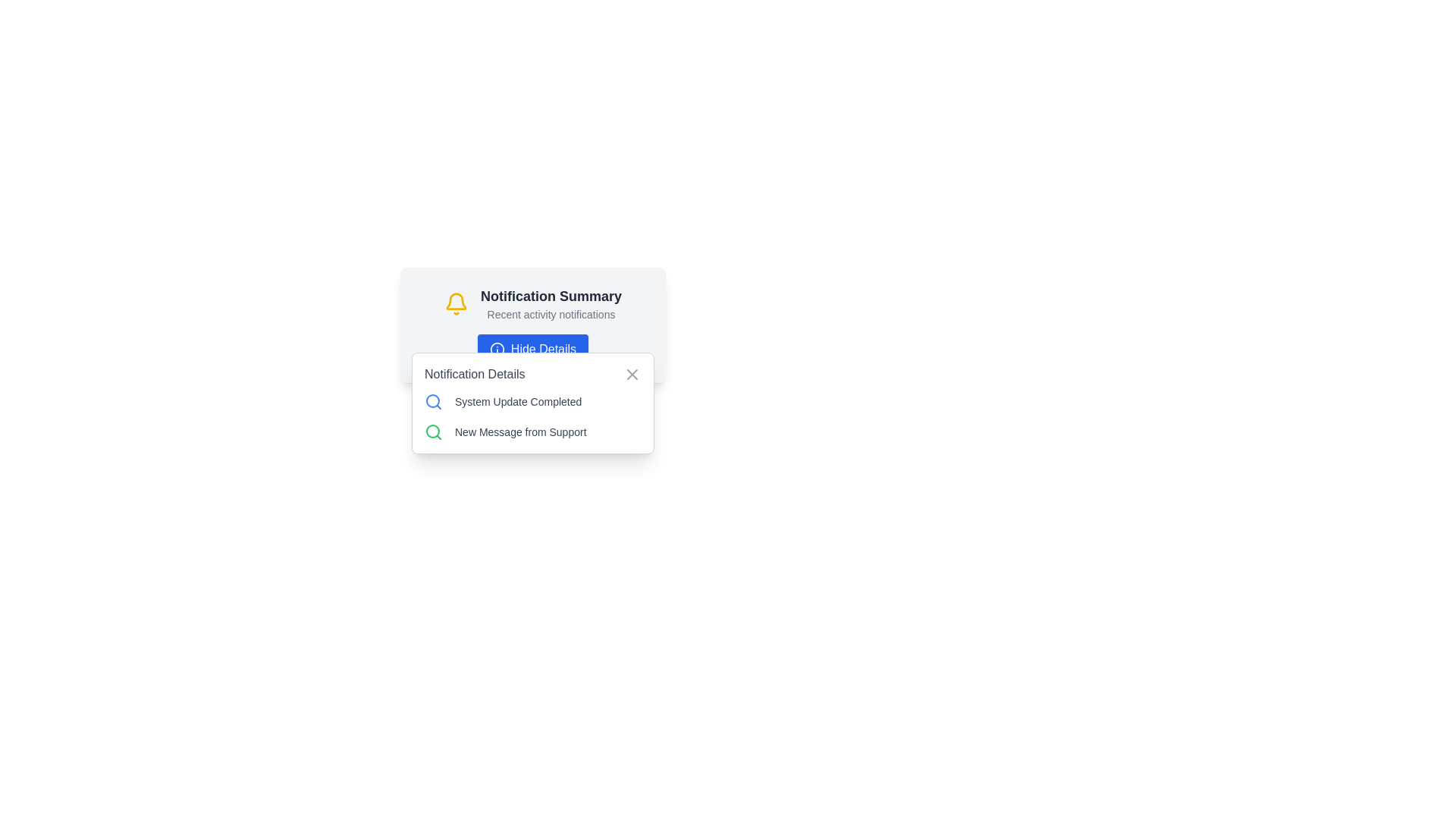  I want to click on the green magnifying glass icon located to the left of the text label 'New Message from Support' in the 'Notification Details' section, so click(432, 432).